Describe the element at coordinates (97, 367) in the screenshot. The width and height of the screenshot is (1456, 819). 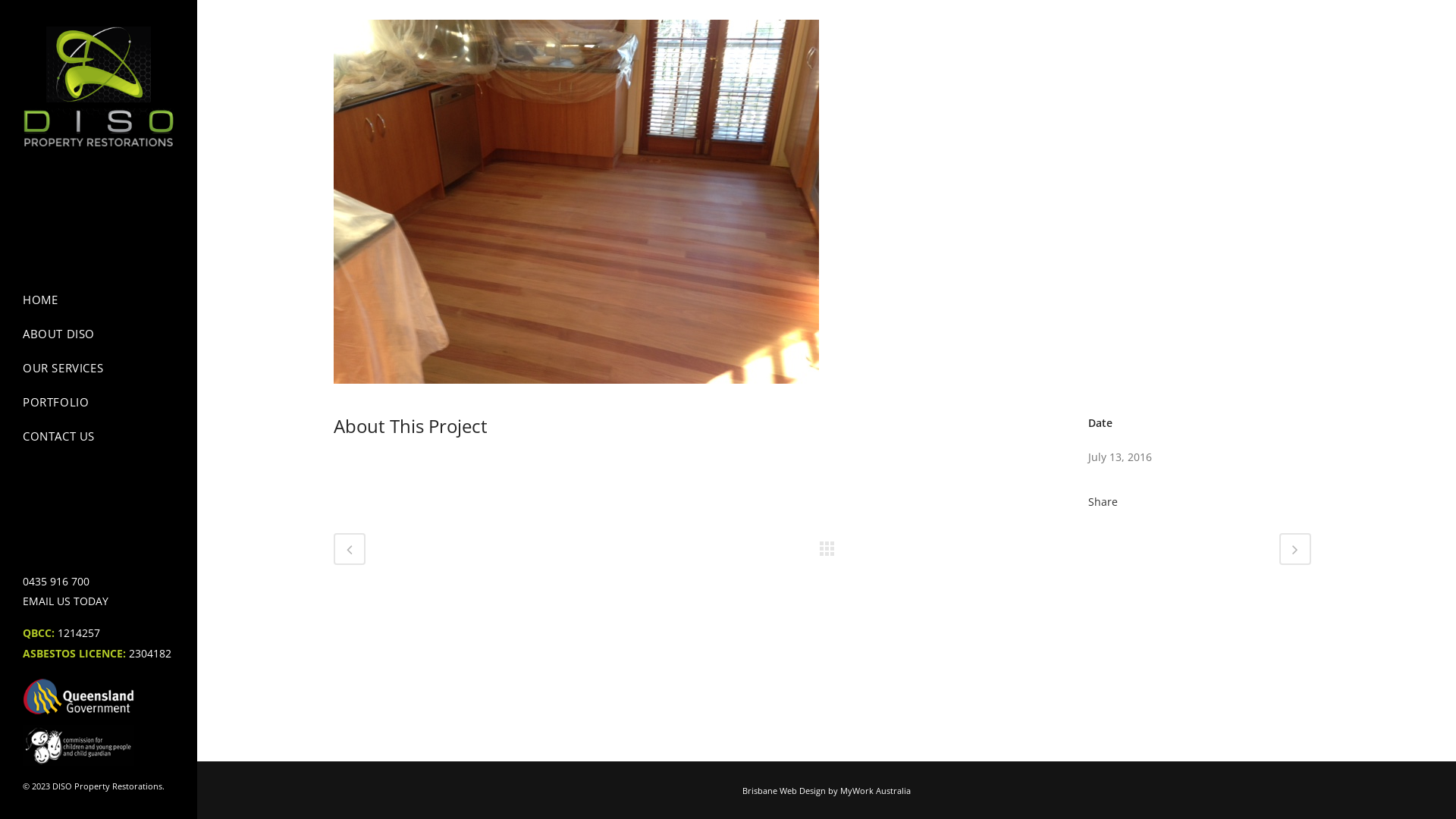
I see `'OUR SERVICES'` at that location.